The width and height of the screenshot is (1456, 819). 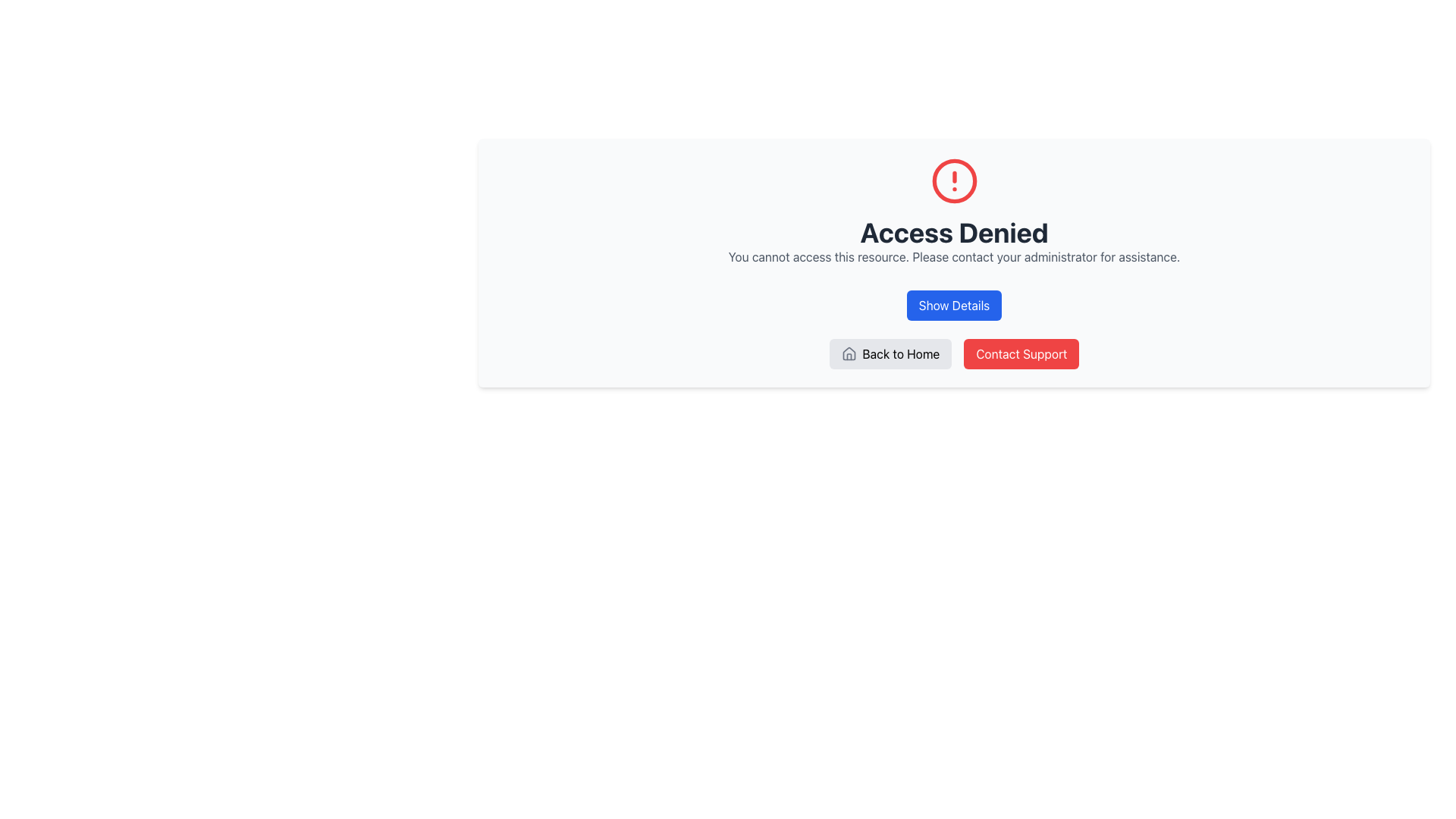 I want to click on static informational text that advises on resource access restrictions, located below the 'Access Denied' heading and above the 'Show Details' button, so click(x=953, y=256).